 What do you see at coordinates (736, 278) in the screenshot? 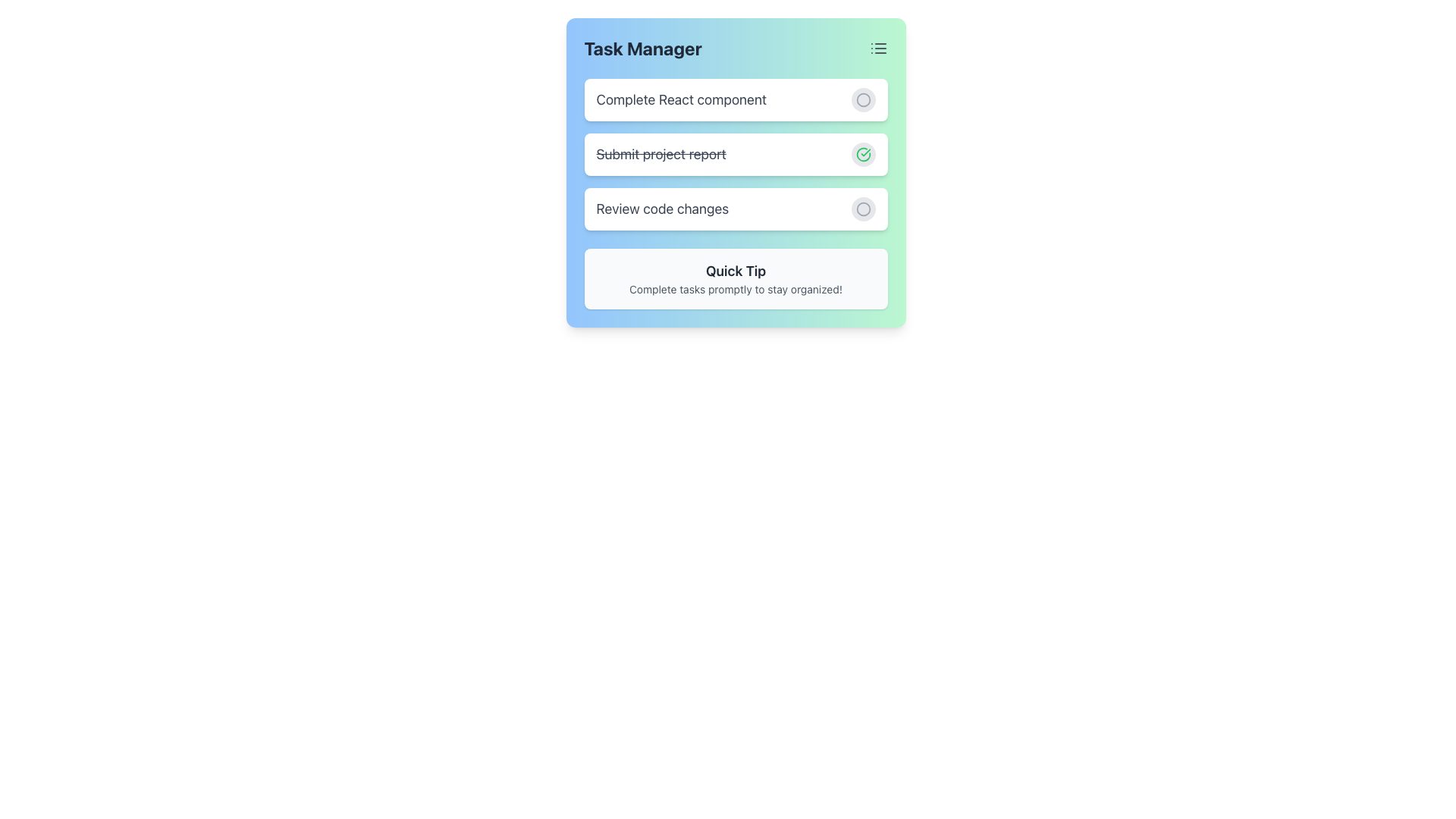
I see `the Informational Tooltip that displays 'Quick Tip' and advises to 'Complete tasks promptly to stay organized!'` at bounding box center [736, 278].